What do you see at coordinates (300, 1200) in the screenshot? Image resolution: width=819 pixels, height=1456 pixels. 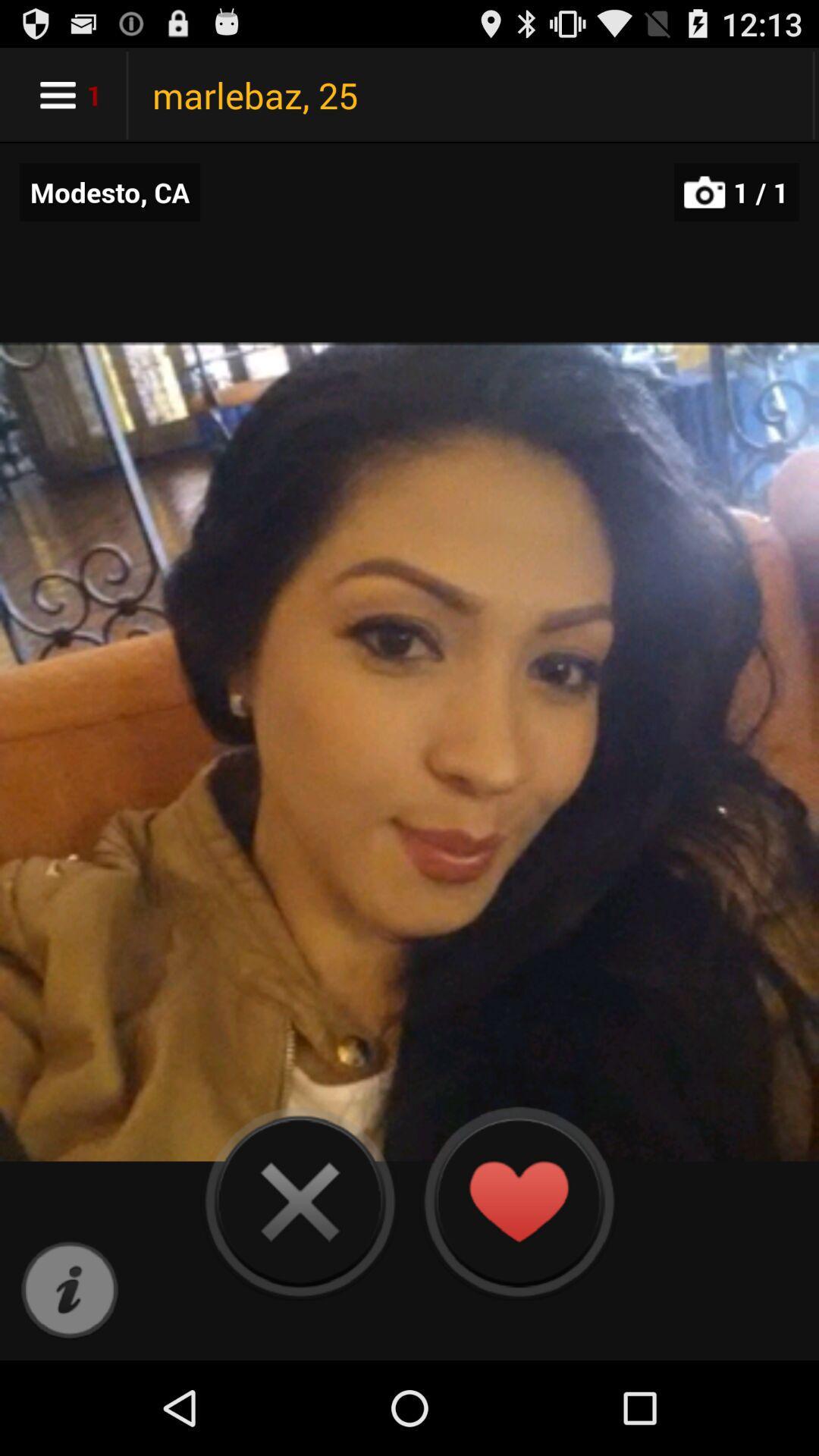 I see `delete picture` at bounding box center [300, 1200].